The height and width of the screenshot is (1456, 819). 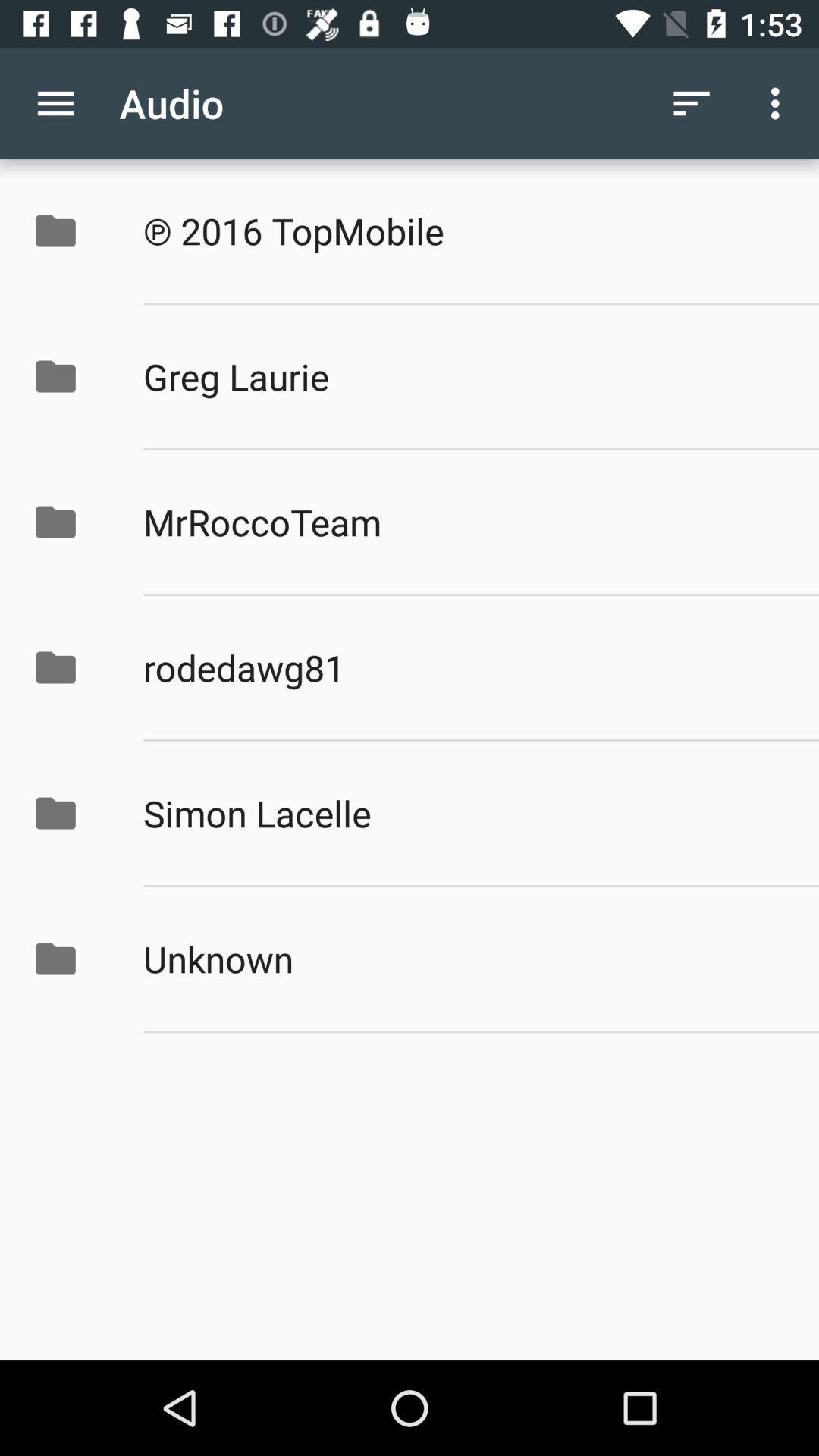 I want to click on greg laurie icon, so click(x=464, y=376).